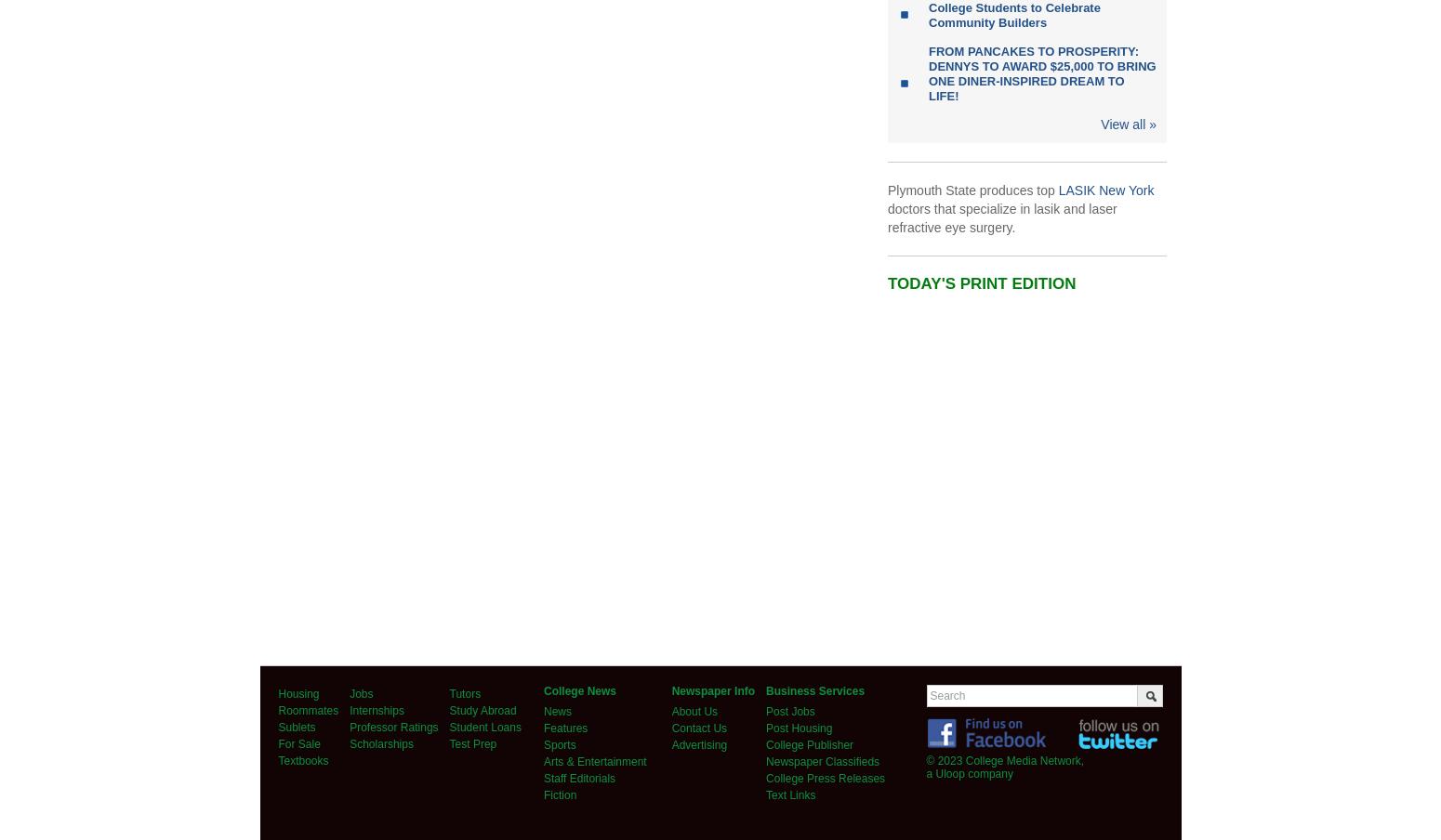  I want to click on 'FROM PANCAKES TO PROSPERITY: DENNYS TO AWARD $25,000 TO BRING ONE DINER-INSPIRED DREAM TO LIFE!', so click(1040, 73).